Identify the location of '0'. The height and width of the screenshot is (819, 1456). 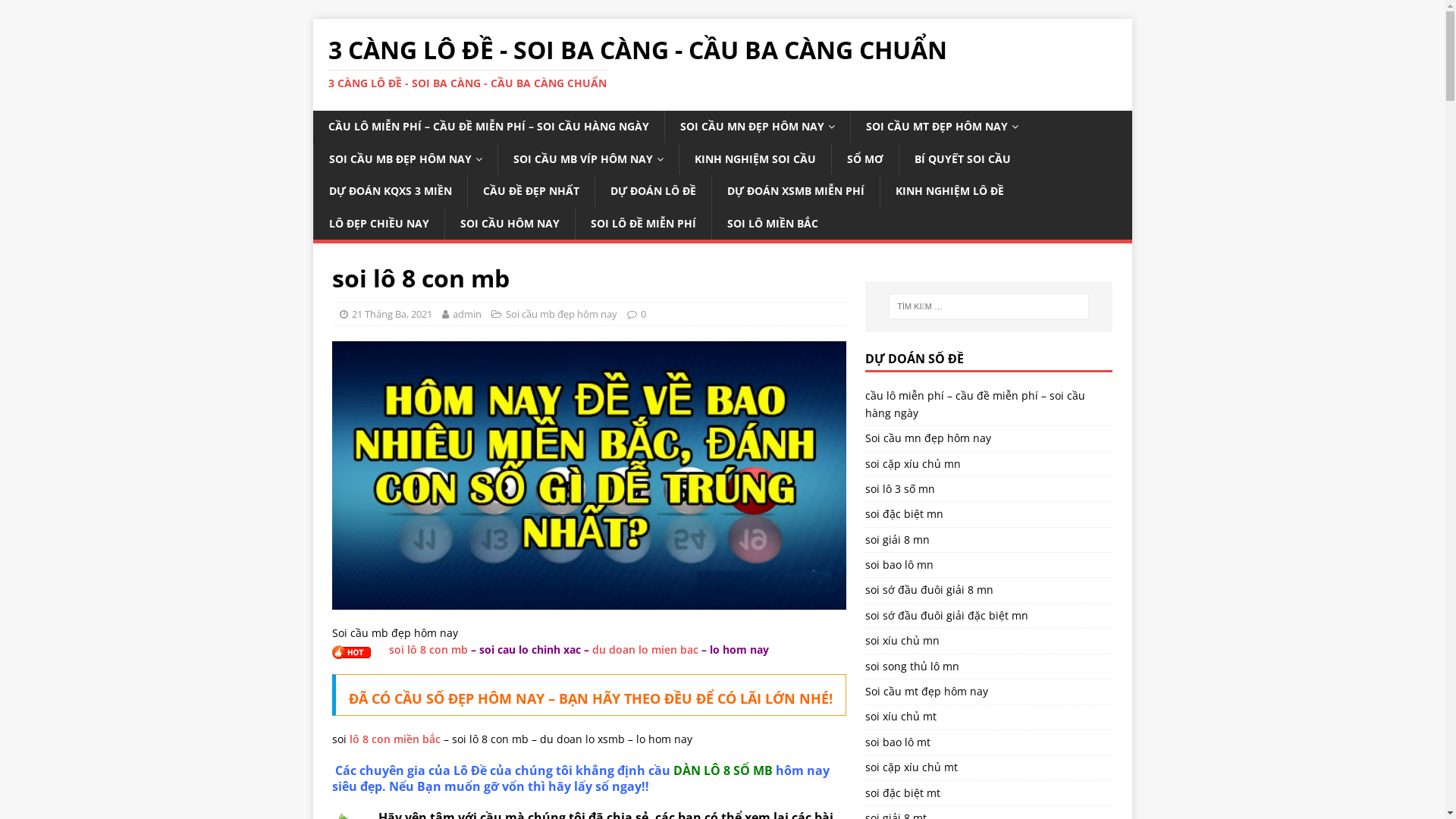
(642, 312).